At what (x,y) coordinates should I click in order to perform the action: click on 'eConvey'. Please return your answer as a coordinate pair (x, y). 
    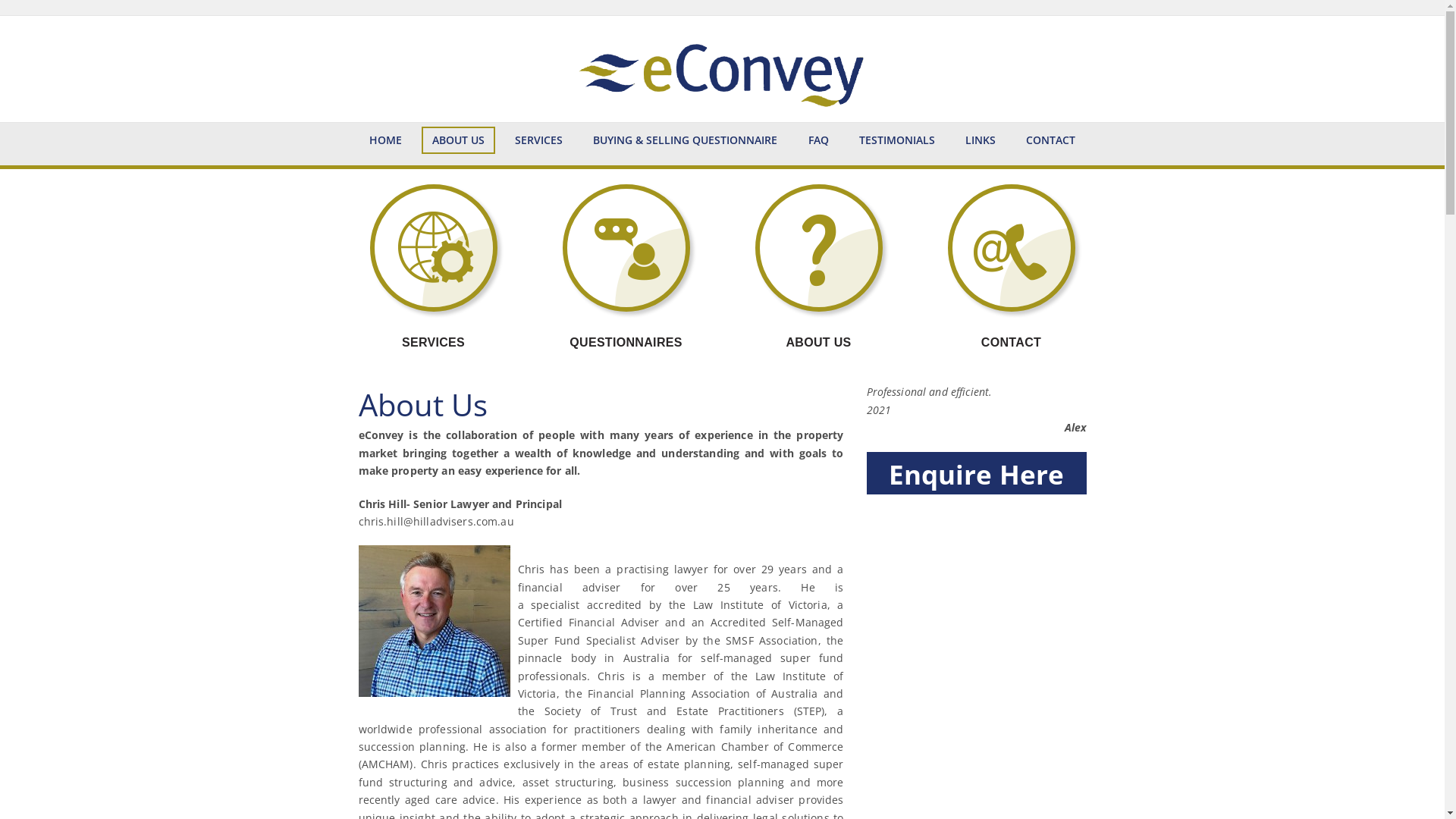
    Looking at the image, I should click on (720, 69).